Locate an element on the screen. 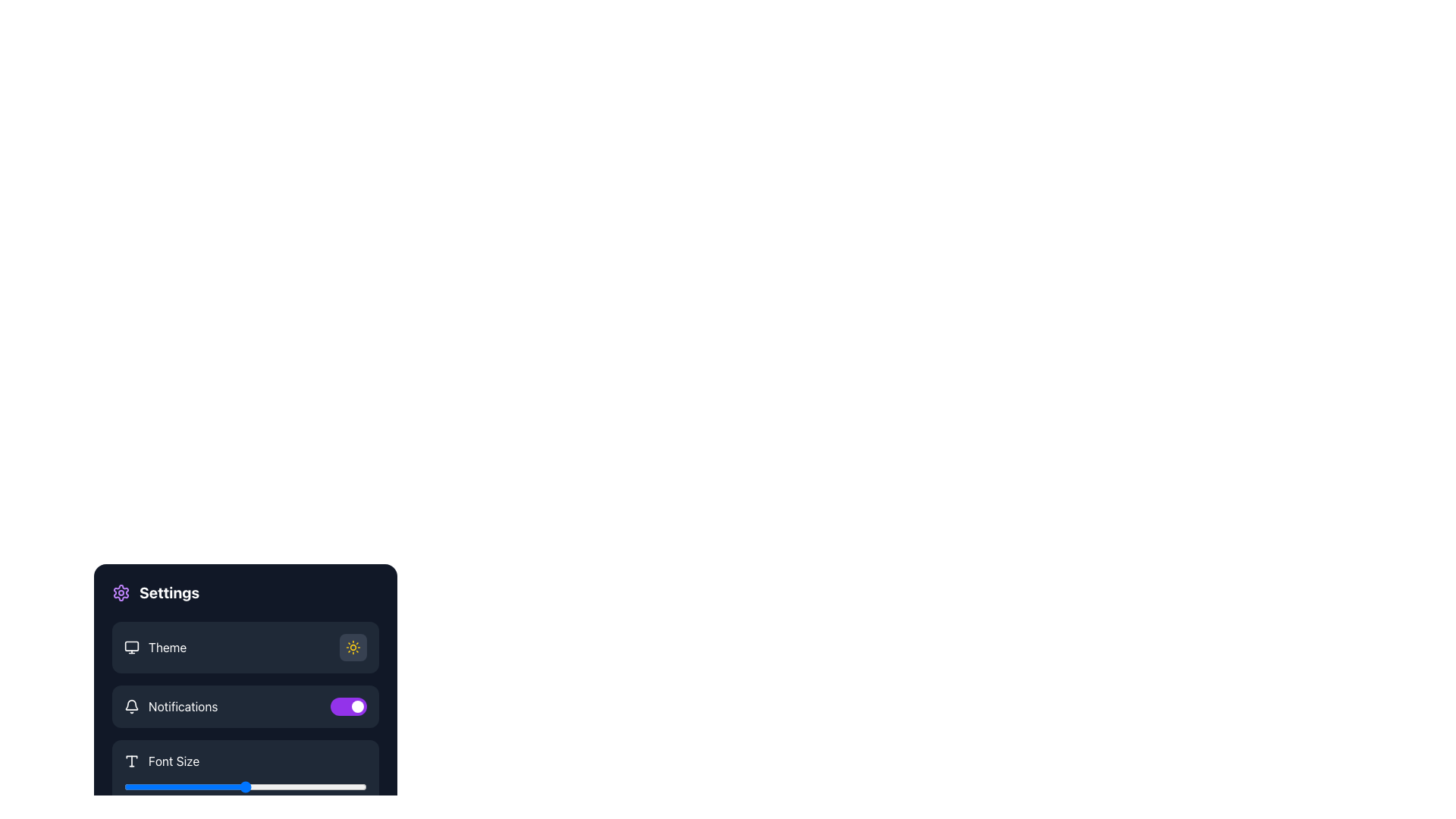 This screenshot has height=819, width=1456. the 'Theme' button-like UI component in the settings interface is located at coordinates (155, 647).